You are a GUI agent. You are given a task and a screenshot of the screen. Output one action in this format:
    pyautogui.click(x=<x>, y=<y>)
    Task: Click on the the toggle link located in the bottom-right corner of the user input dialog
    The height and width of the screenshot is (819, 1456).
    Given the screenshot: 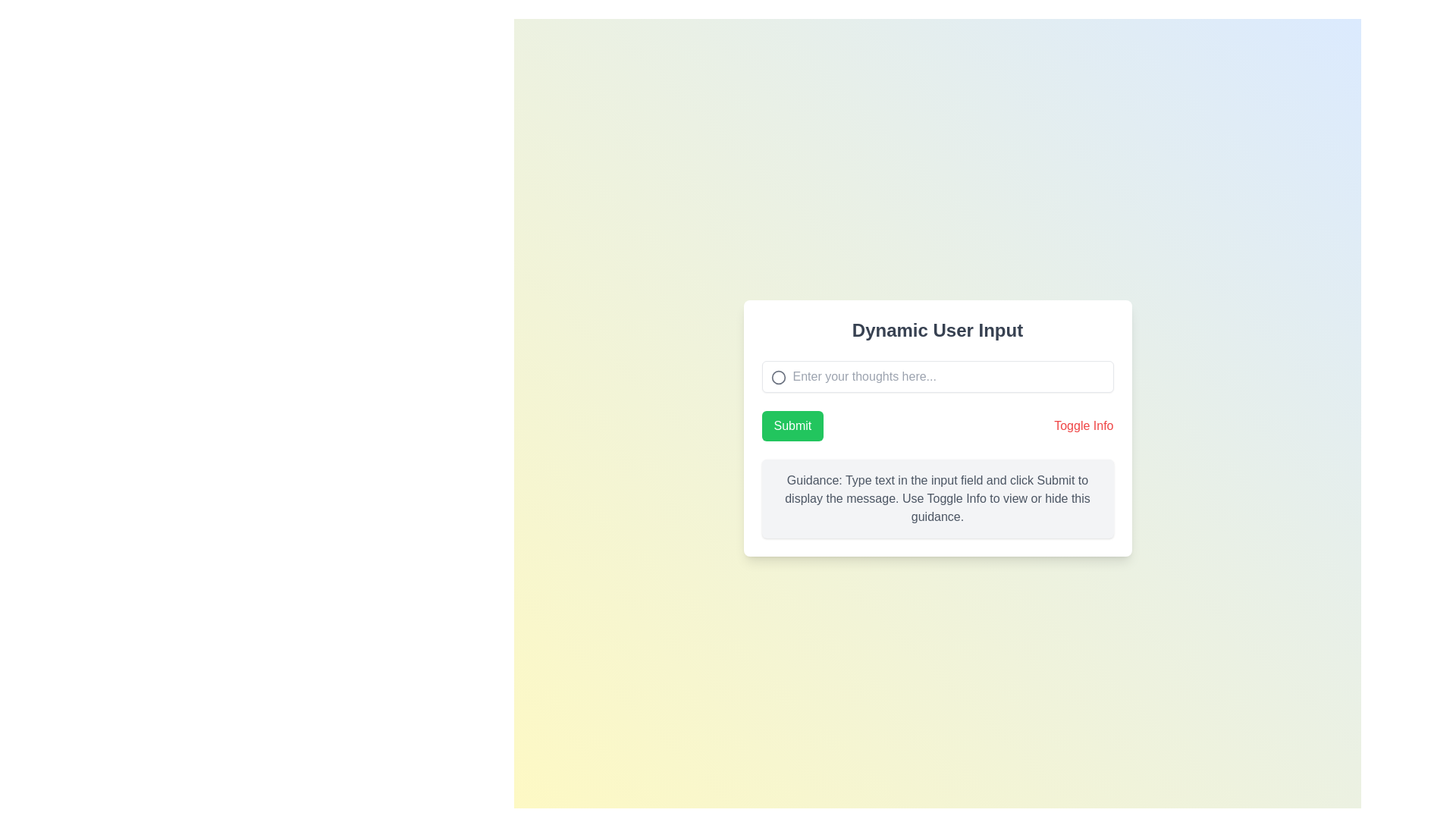 What is the action you would take?
    pyautogui.click(x=1083, y=426)
    